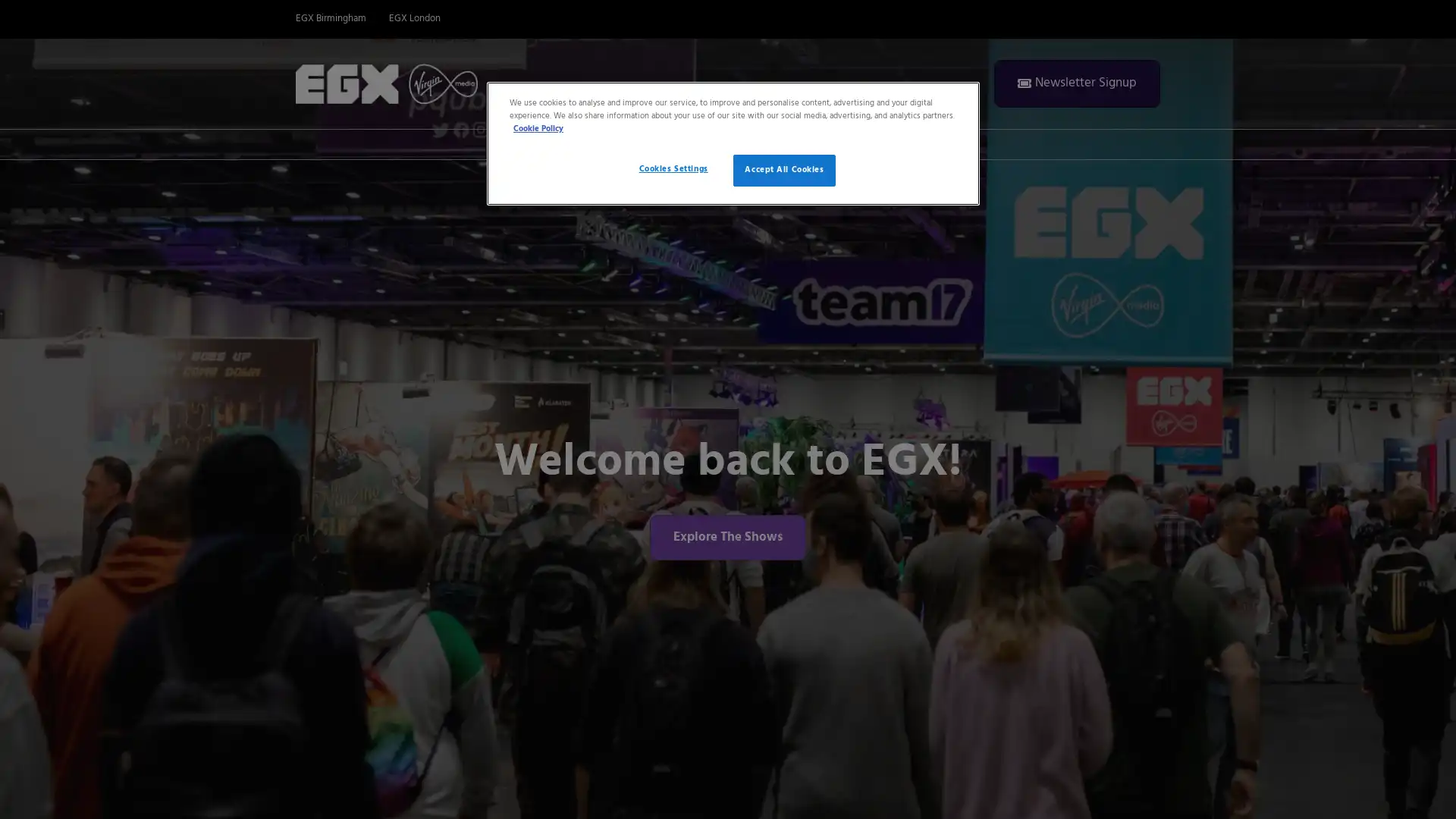 The height and width of the screenshot is (819, 1456). What do you see at coordinates (672, 169) in the screenshot?
I see `Cookies Settings` at bounding box center [672, 169].